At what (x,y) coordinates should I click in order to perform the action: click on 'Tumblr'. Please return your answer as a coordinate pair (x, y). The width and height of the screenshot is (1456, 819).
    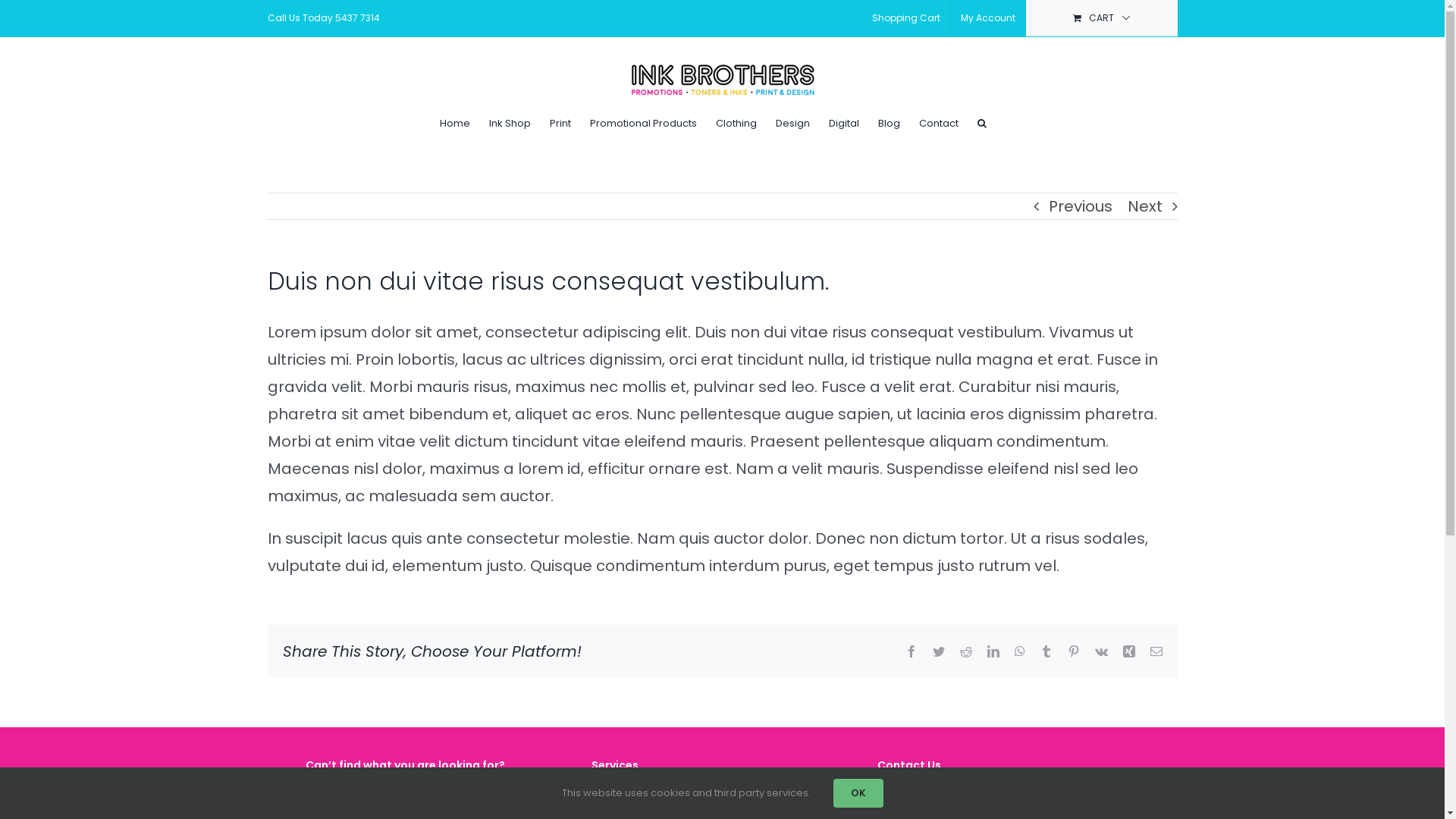
    Looking at the image, I should click on (1046, 651).